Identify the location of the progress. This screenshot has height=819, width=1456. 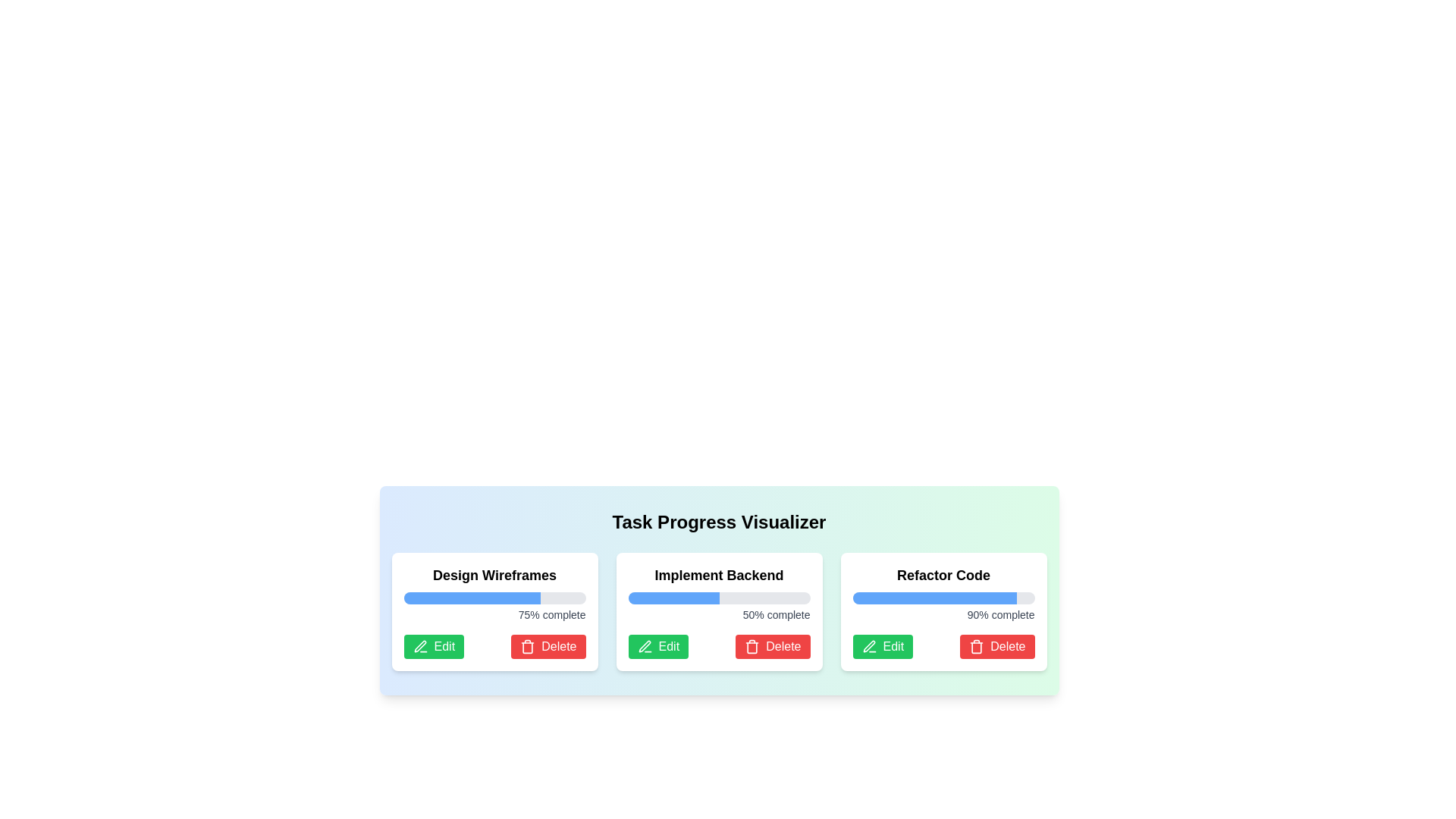
(917, 598).